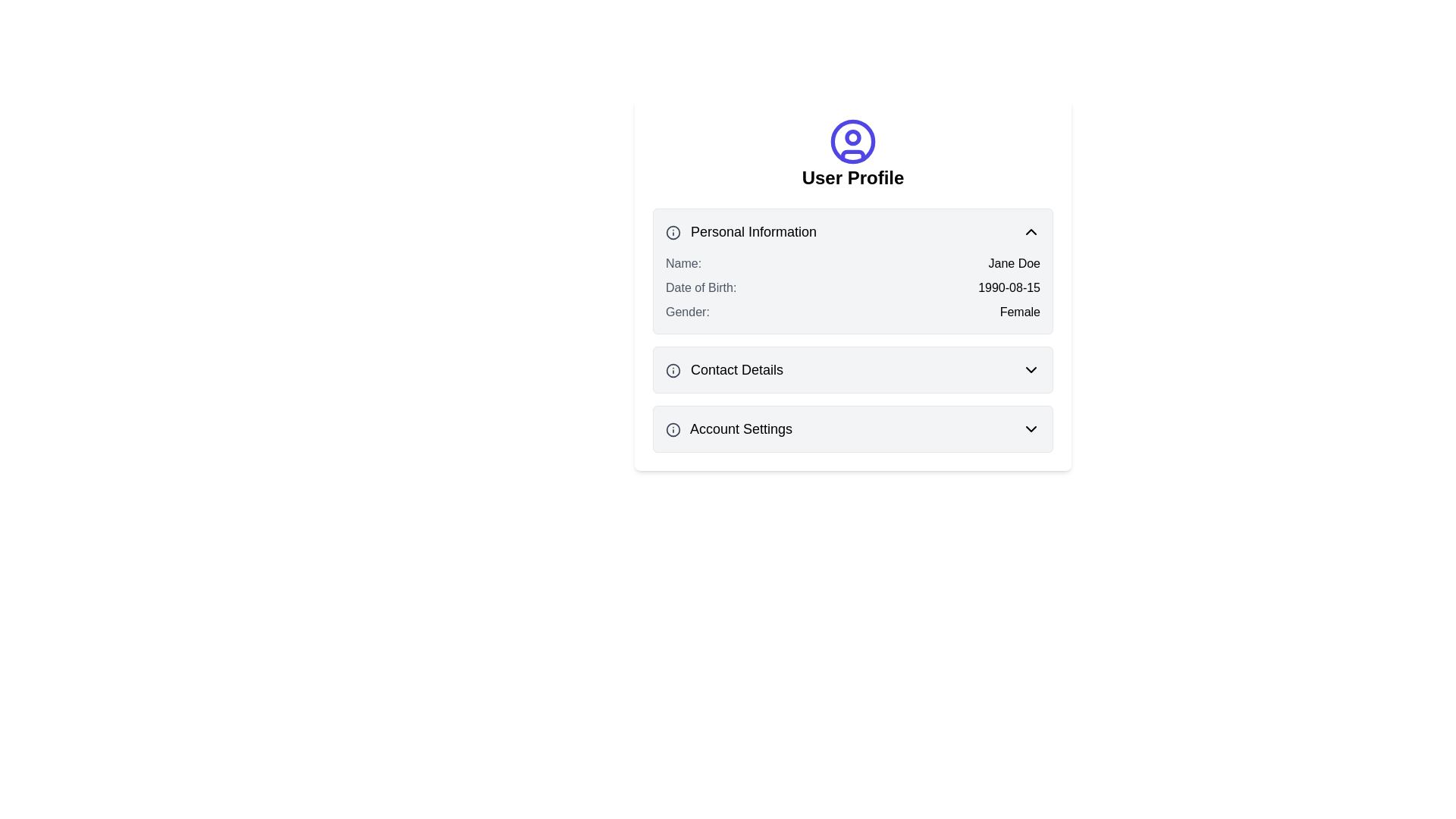 The height and width of the screenshot is (819, 1456). Describe the element at coordinates (673, 371) in the screenshot. I see `the informational icon located to the left of the 'Contact Details' header` at that location.